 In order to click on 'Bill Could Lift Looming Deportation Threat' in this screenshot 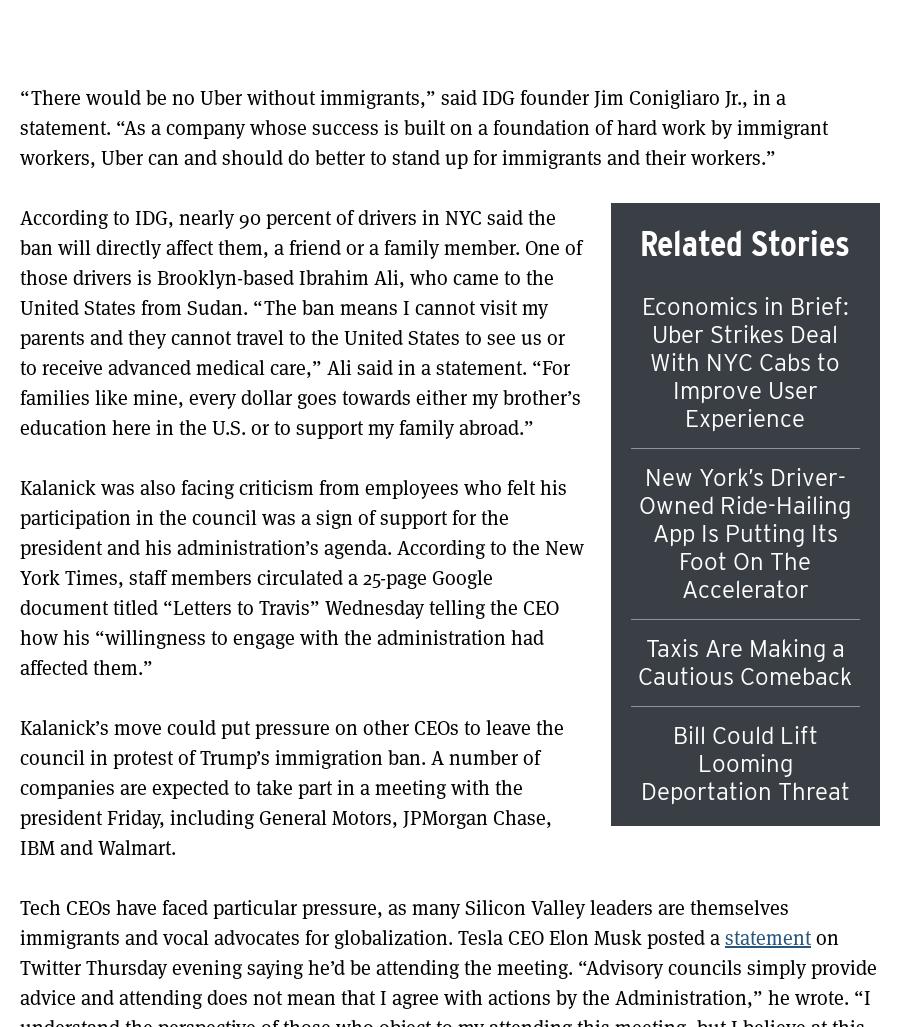, I will do `click(743, 762)`.